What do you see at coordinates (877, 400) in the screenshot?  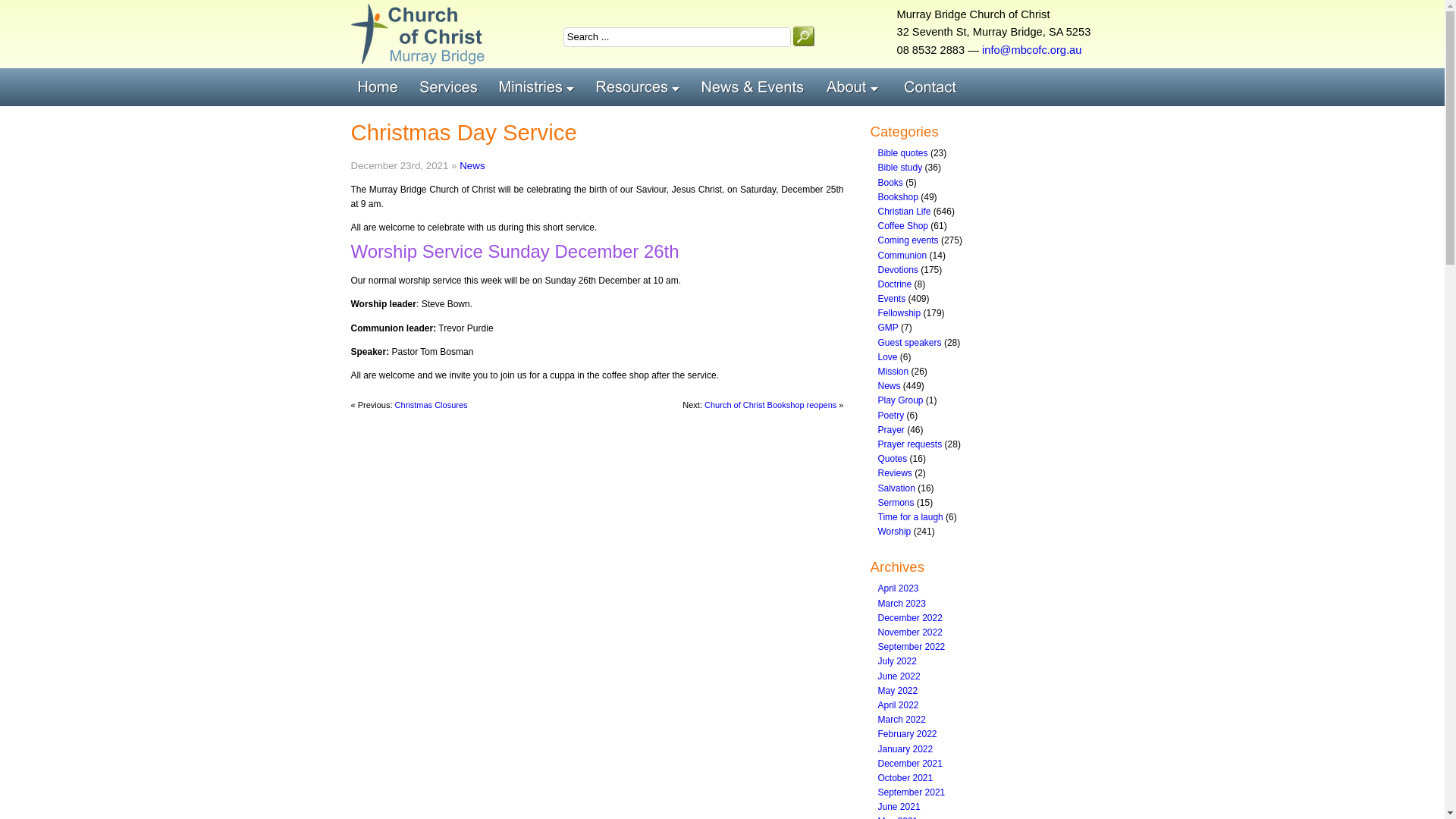 I see `'Play Group'` at bounding box center [877, 400].